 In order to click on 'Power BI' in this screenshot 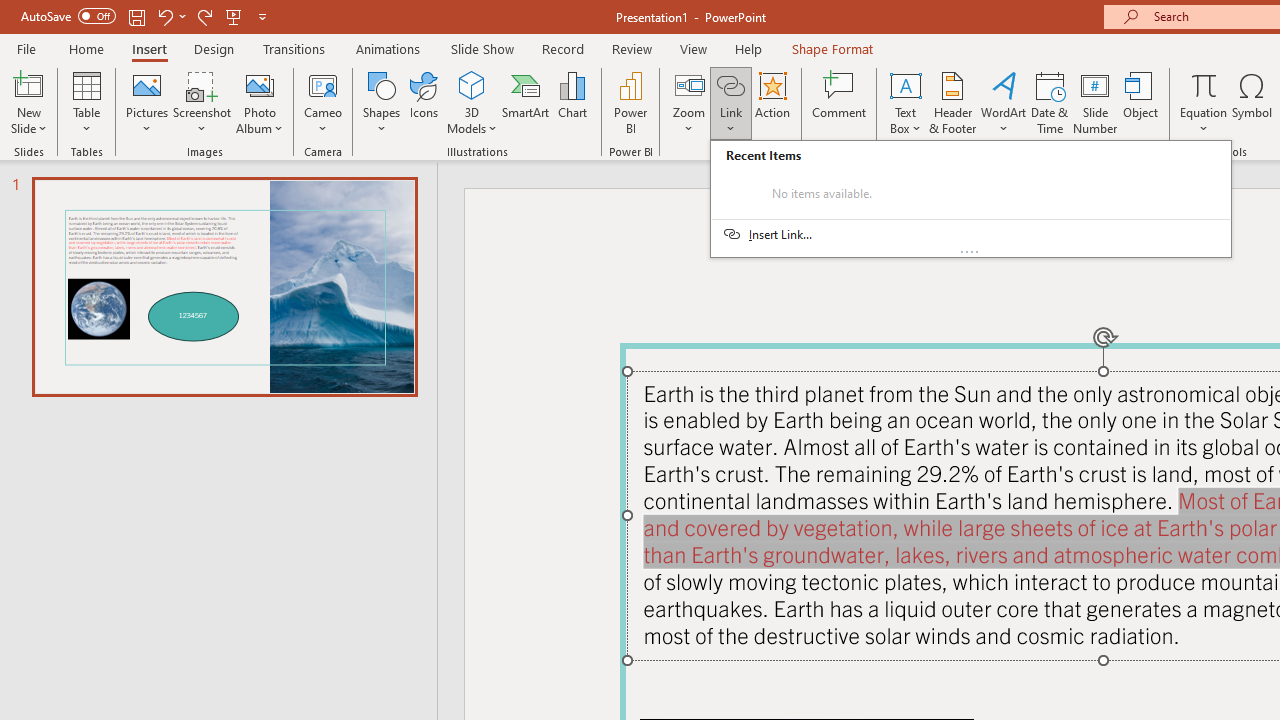, I will do `click(630, 103)`.